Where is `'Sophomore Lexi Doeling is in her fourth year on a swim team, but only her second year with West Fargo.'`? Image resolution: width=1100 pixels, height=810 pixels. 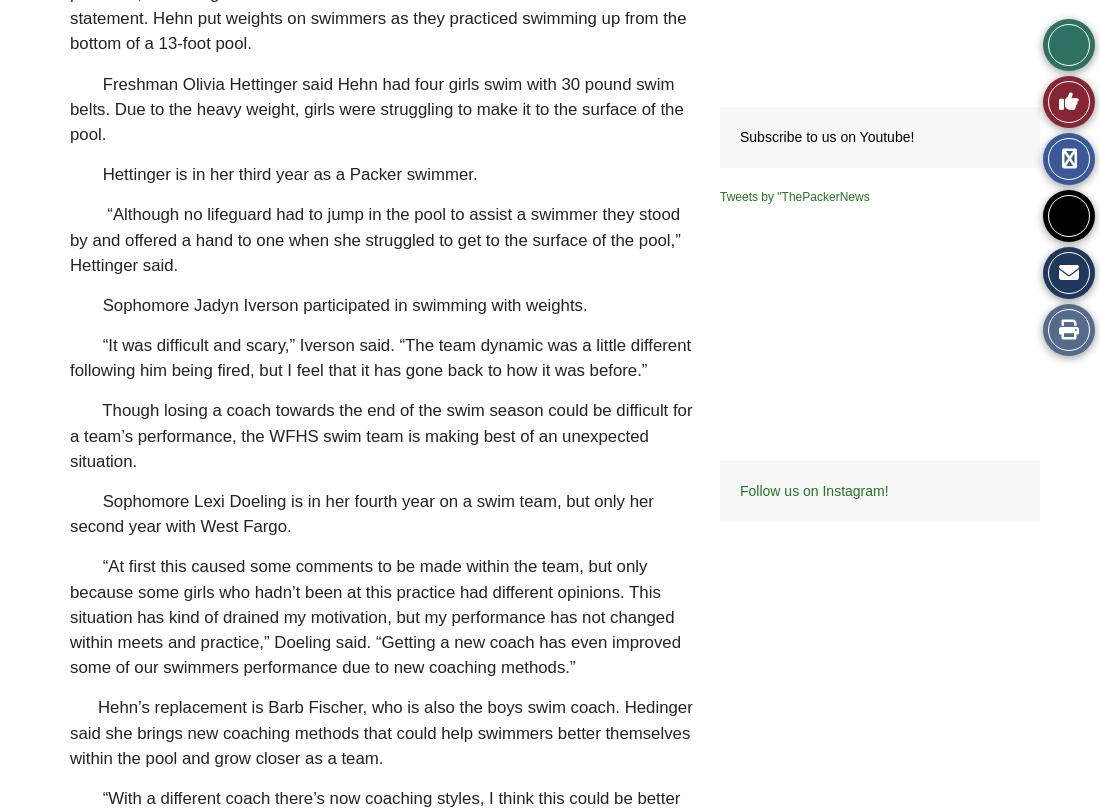
'Sophomore Lexi Doeling is in her fourth year on a swim team, but only her second year with West Fargo.' is located at coordinates (68, 514).